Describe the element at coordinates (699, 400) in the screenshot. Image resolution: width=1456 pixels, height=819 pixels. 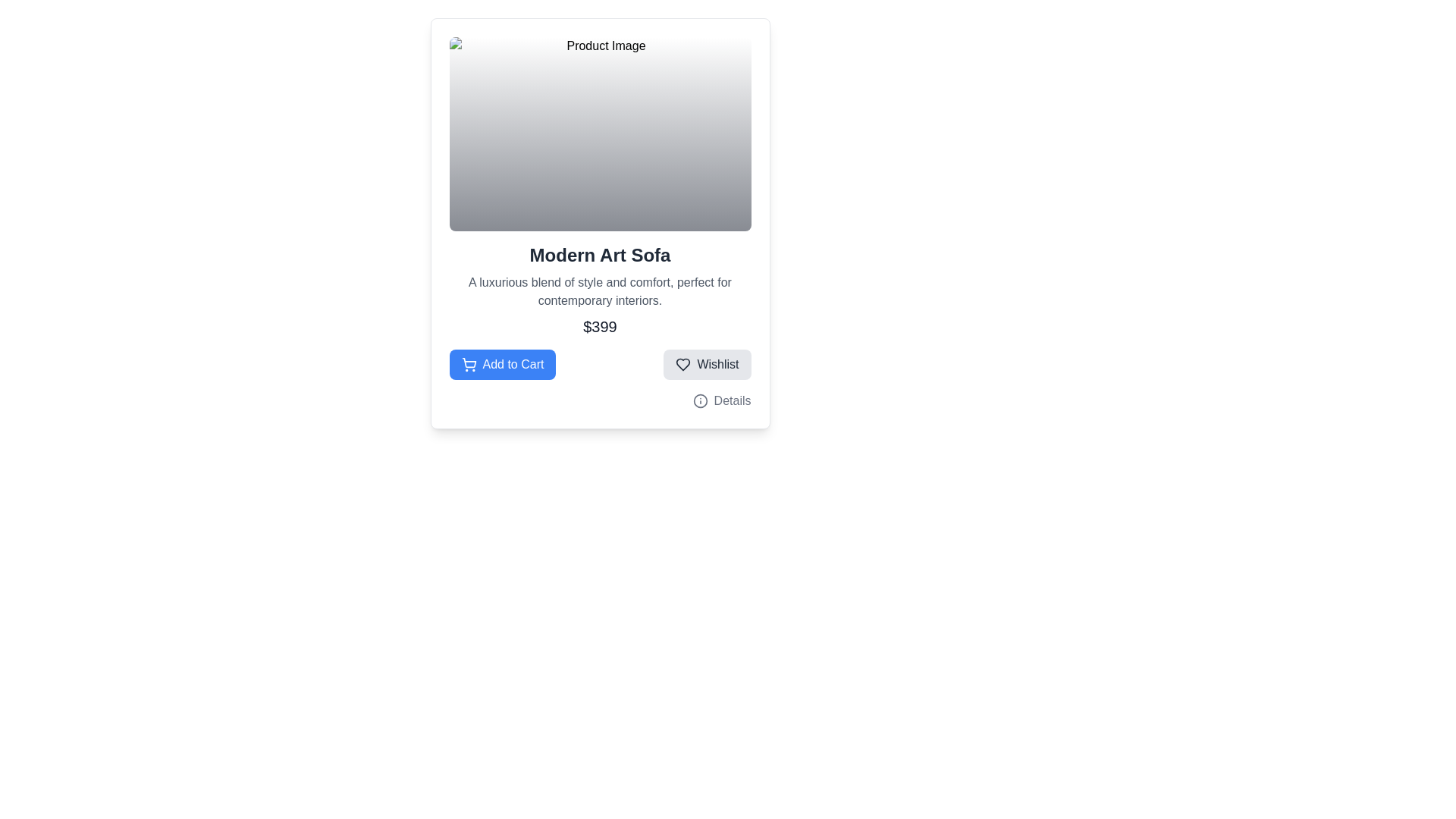
I see `the SVG circle element with a radius of 10 units located in the upper-right corner of the product card layout` at that location.